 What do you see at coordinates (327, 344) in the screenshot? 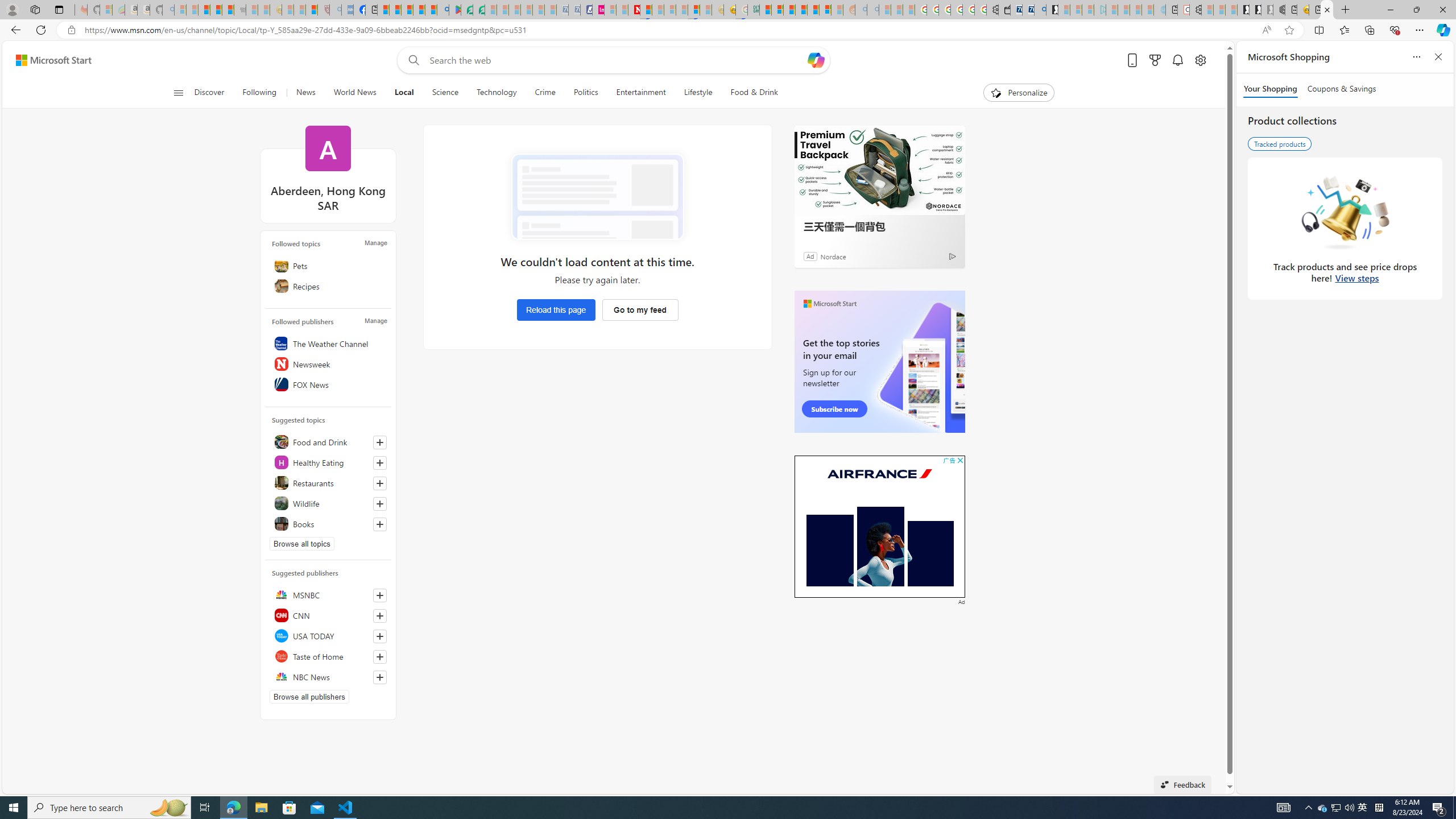
I see `'The Weather Channel'` at bounding box center [327, 344].